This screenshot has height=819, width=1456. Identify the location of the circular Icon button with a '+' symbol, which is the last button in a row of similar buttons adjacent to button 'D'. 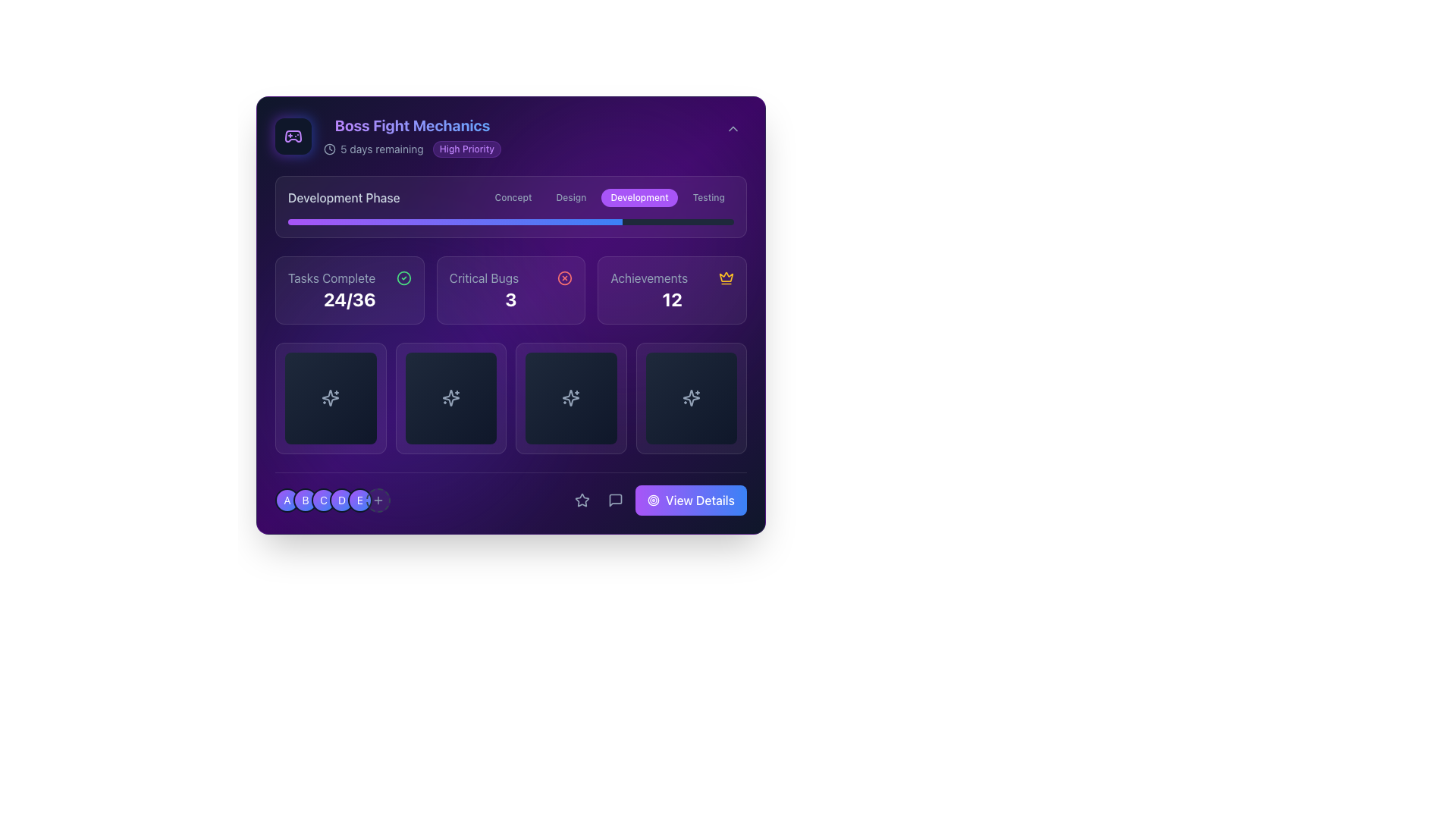
(378, 500).